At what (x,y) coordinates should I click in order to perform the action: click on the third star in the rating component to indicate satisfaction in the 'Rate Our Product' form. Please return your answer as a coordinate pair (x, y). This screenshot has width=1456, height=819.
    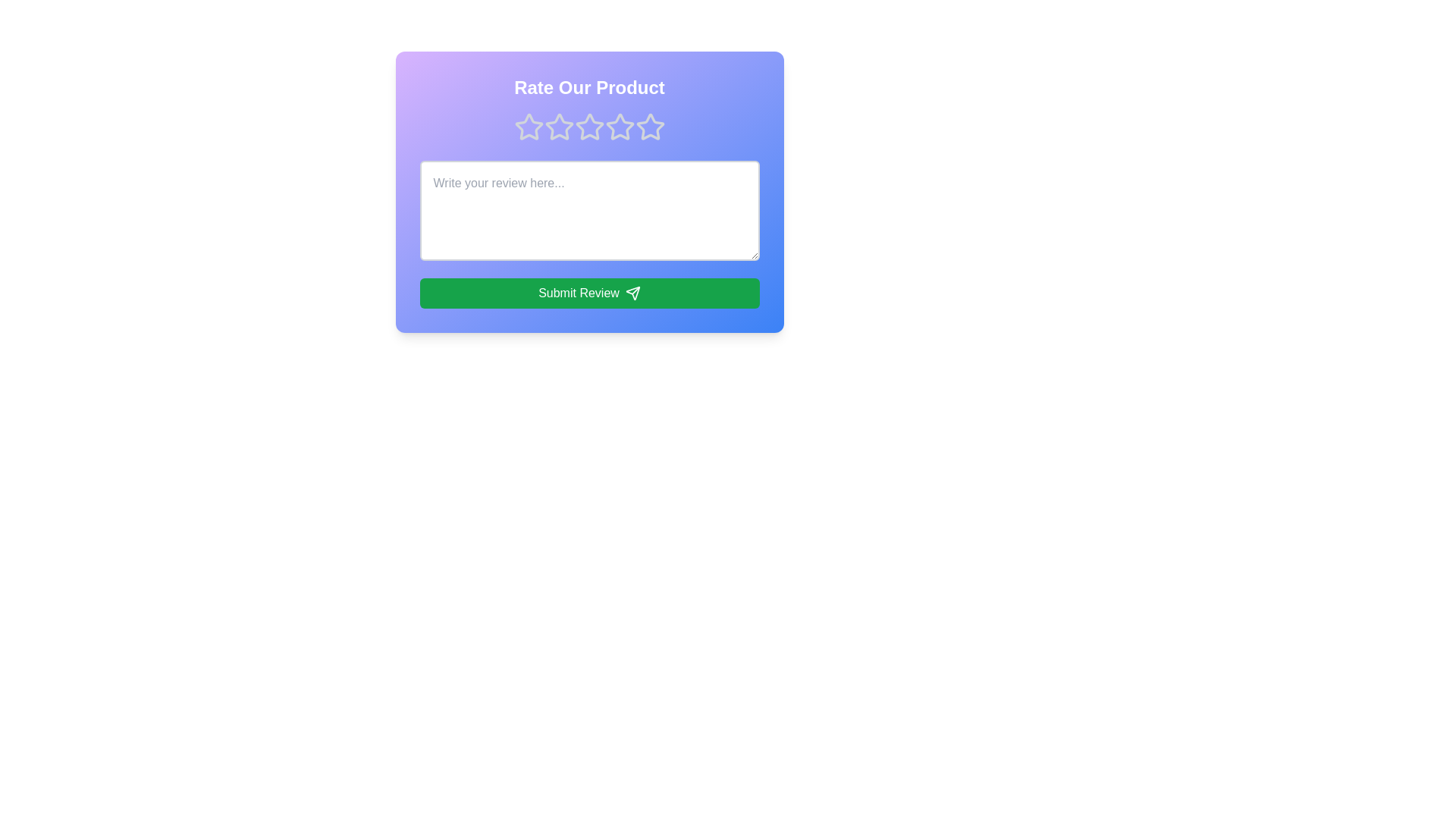
    Looking at the image, I should click on (620, 127).